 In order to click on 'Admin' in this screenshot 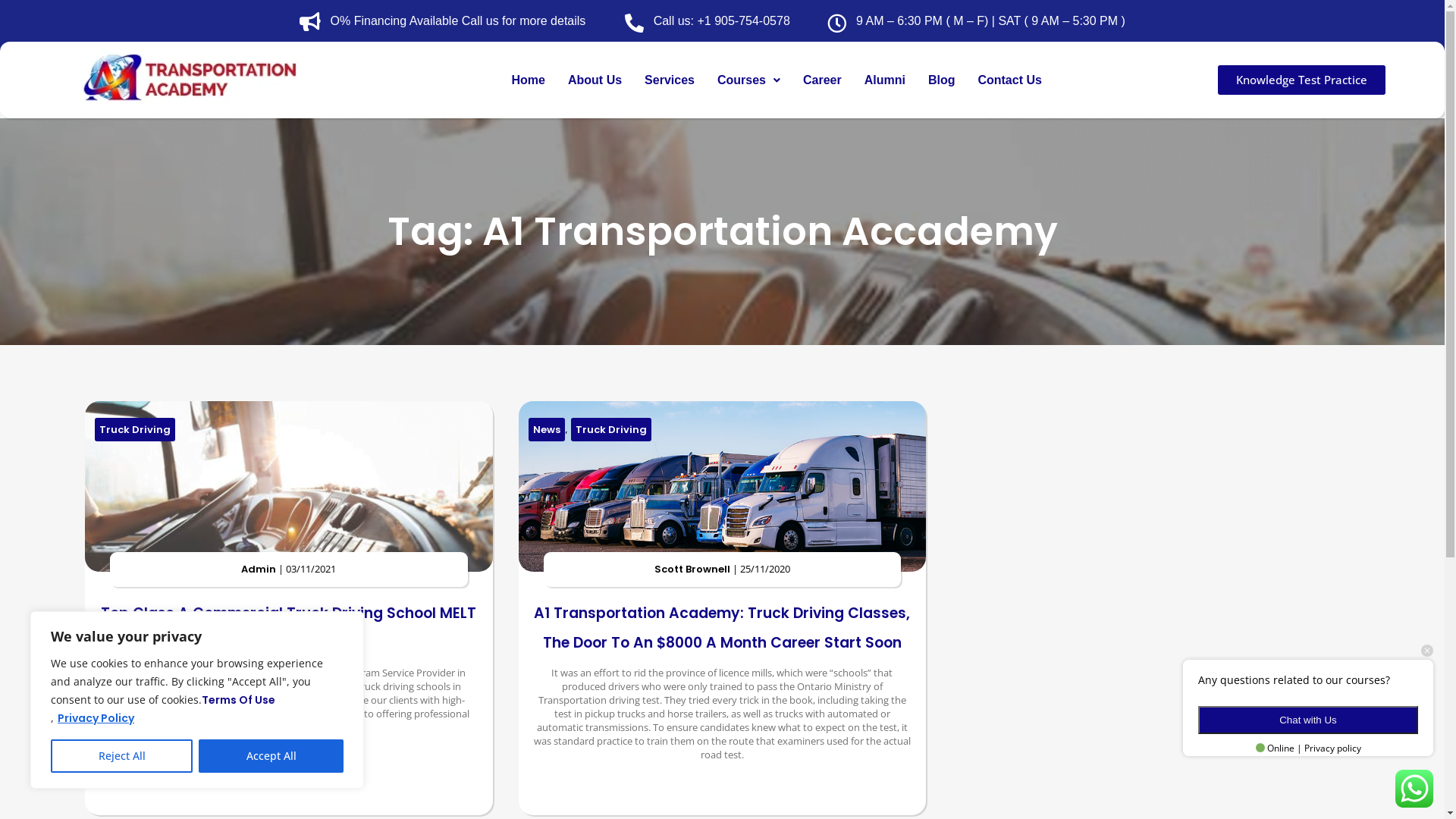, I will do `click(258, 569)`.